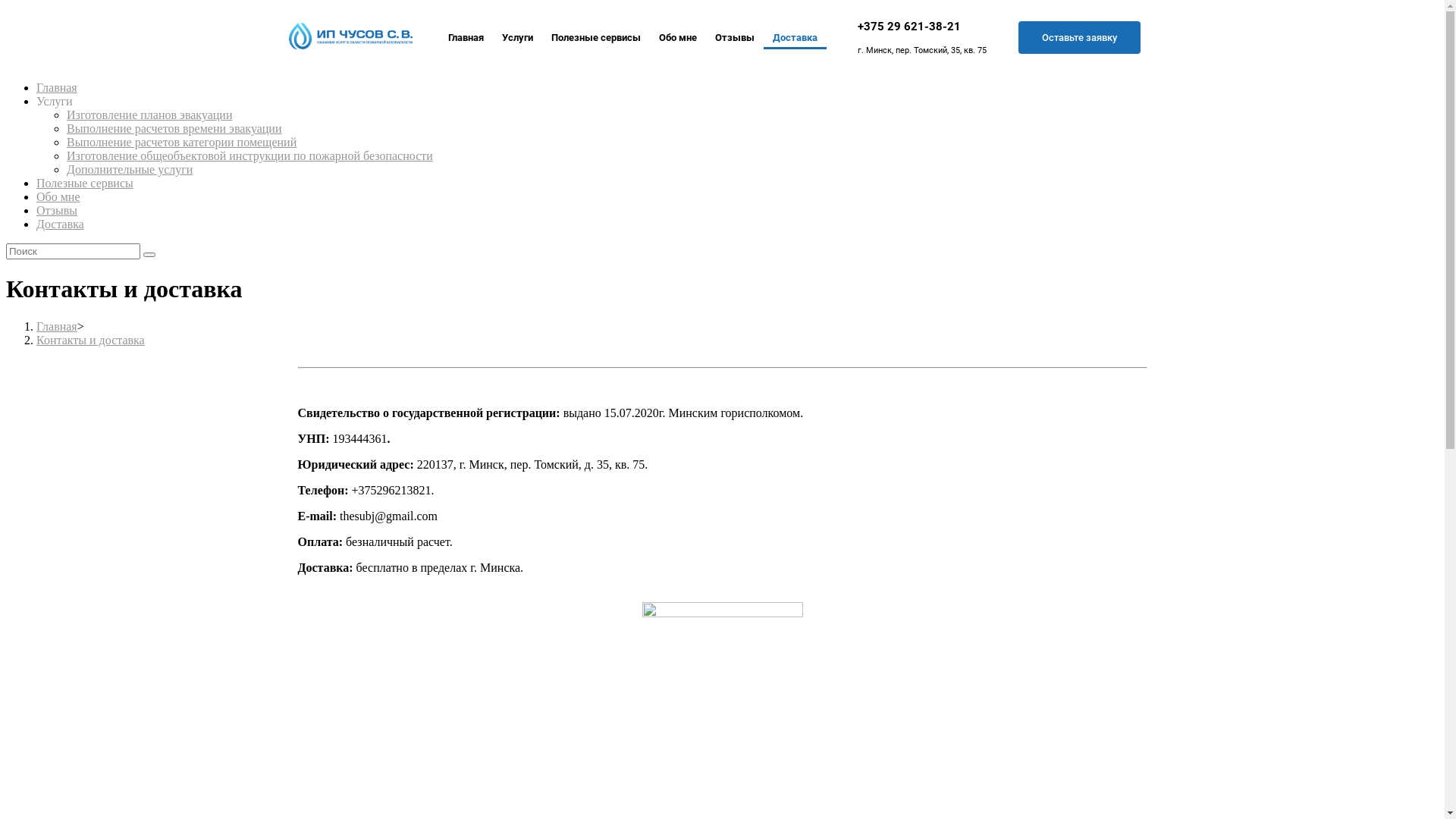  What do you see at coordinates (858, 26) in the screenshot?
I see `'+375 29 621-38-21'` at bounding box center [858, 26].